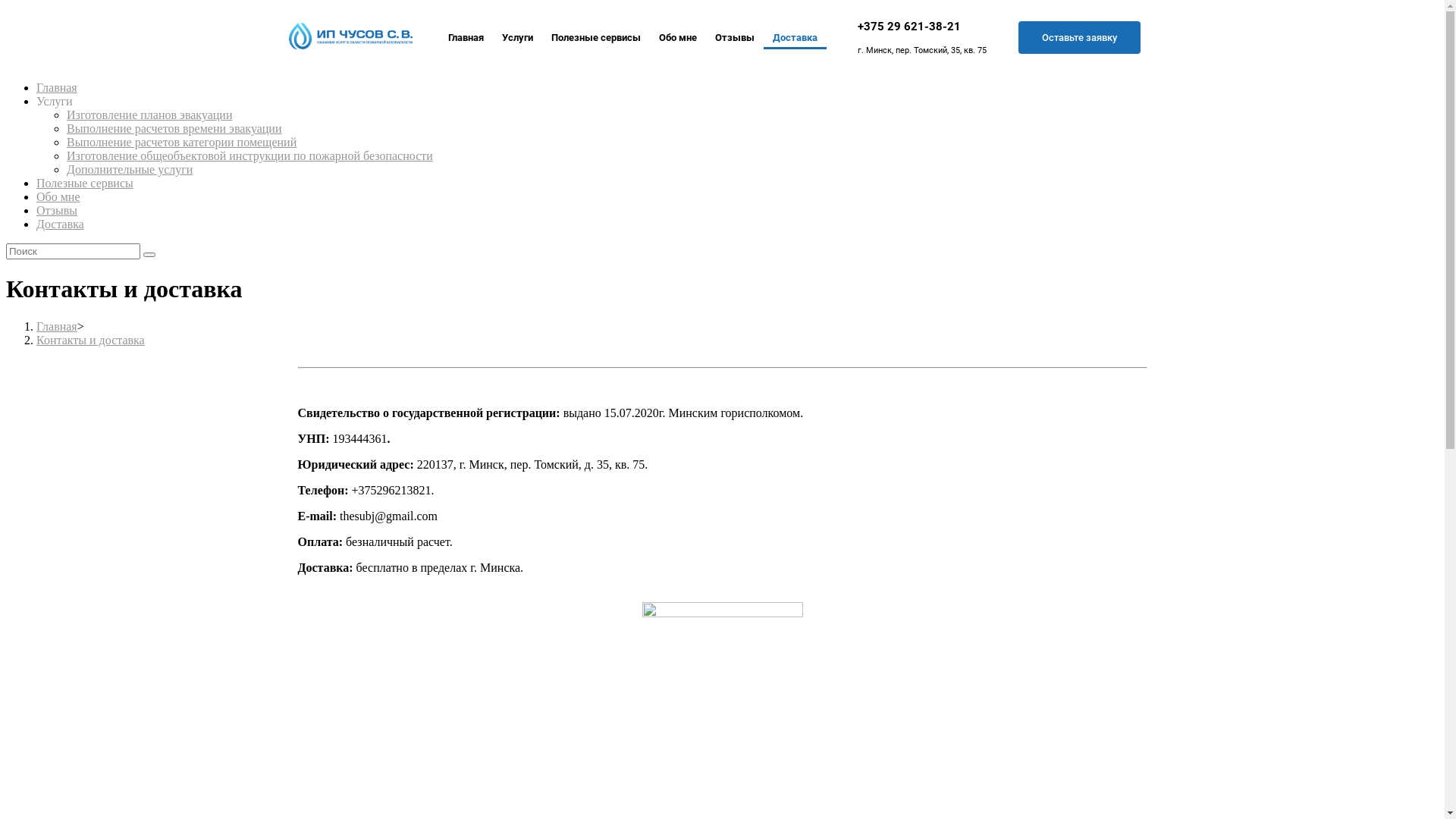  What do you see at coordinates (858, 26) in the screenshot?
I see `'+375 29 621-38-21'` at bounding box center [858, 26].